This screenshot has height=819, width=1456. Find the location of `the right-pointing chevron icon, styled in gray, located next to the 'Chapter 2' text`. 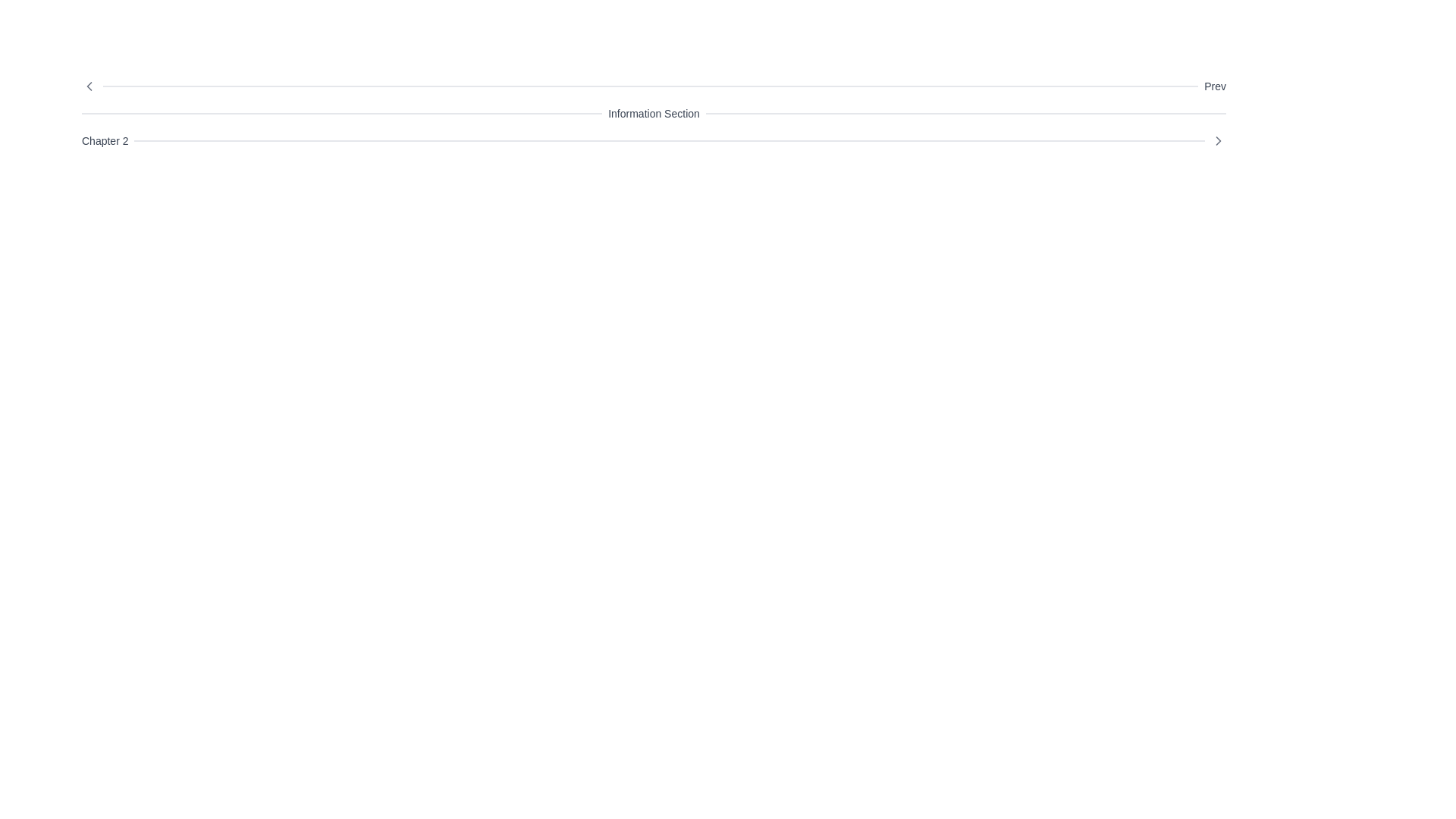

the right-pointing chevron icon, styled in gray, located next to the 'Chapter 2' text is located at coordinates (1219, 140).